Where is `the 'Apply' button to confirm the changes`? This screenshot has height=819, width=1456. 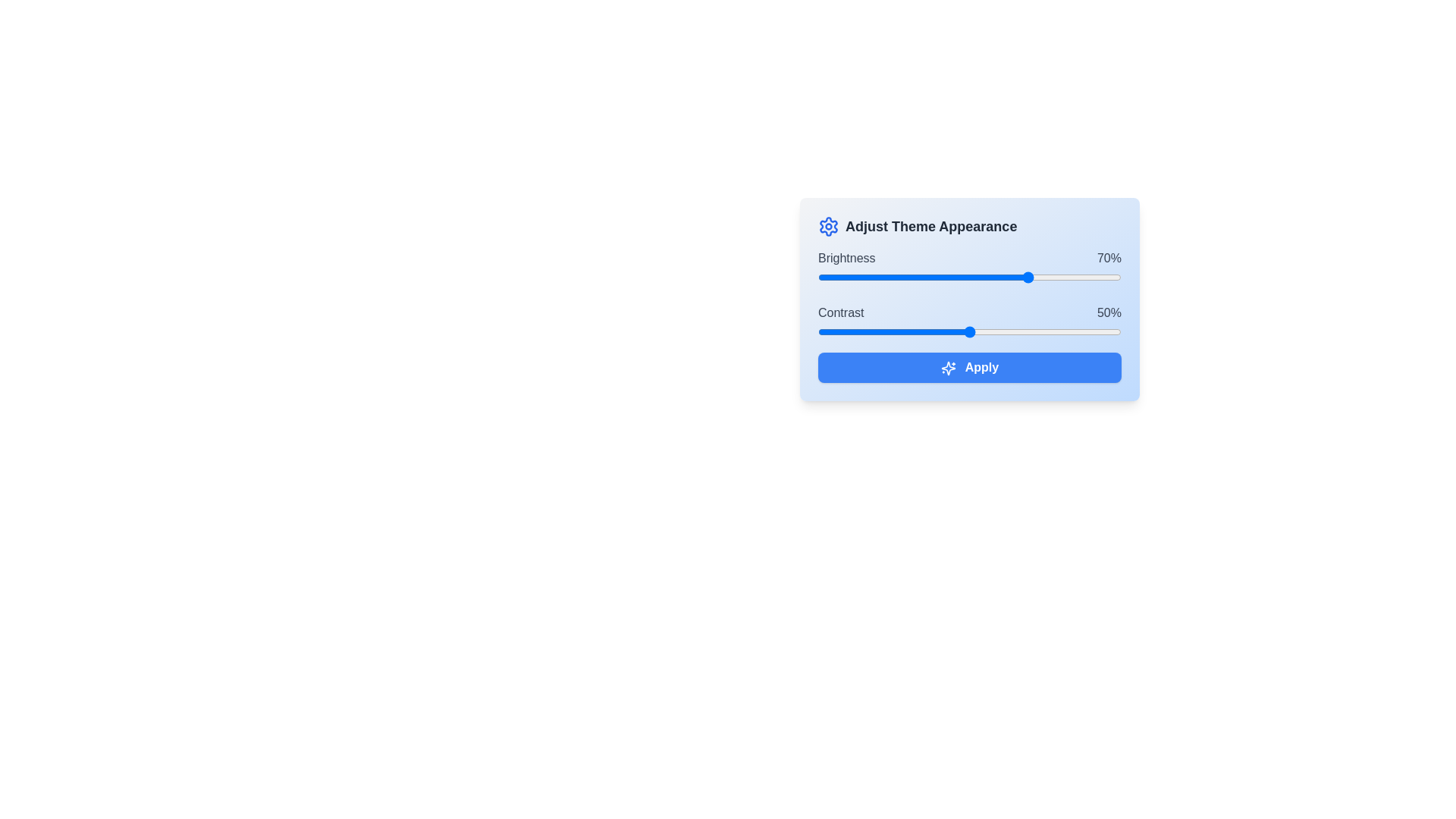 the 'Apply' button to confirm the changes is located at coordinates (968, 368).